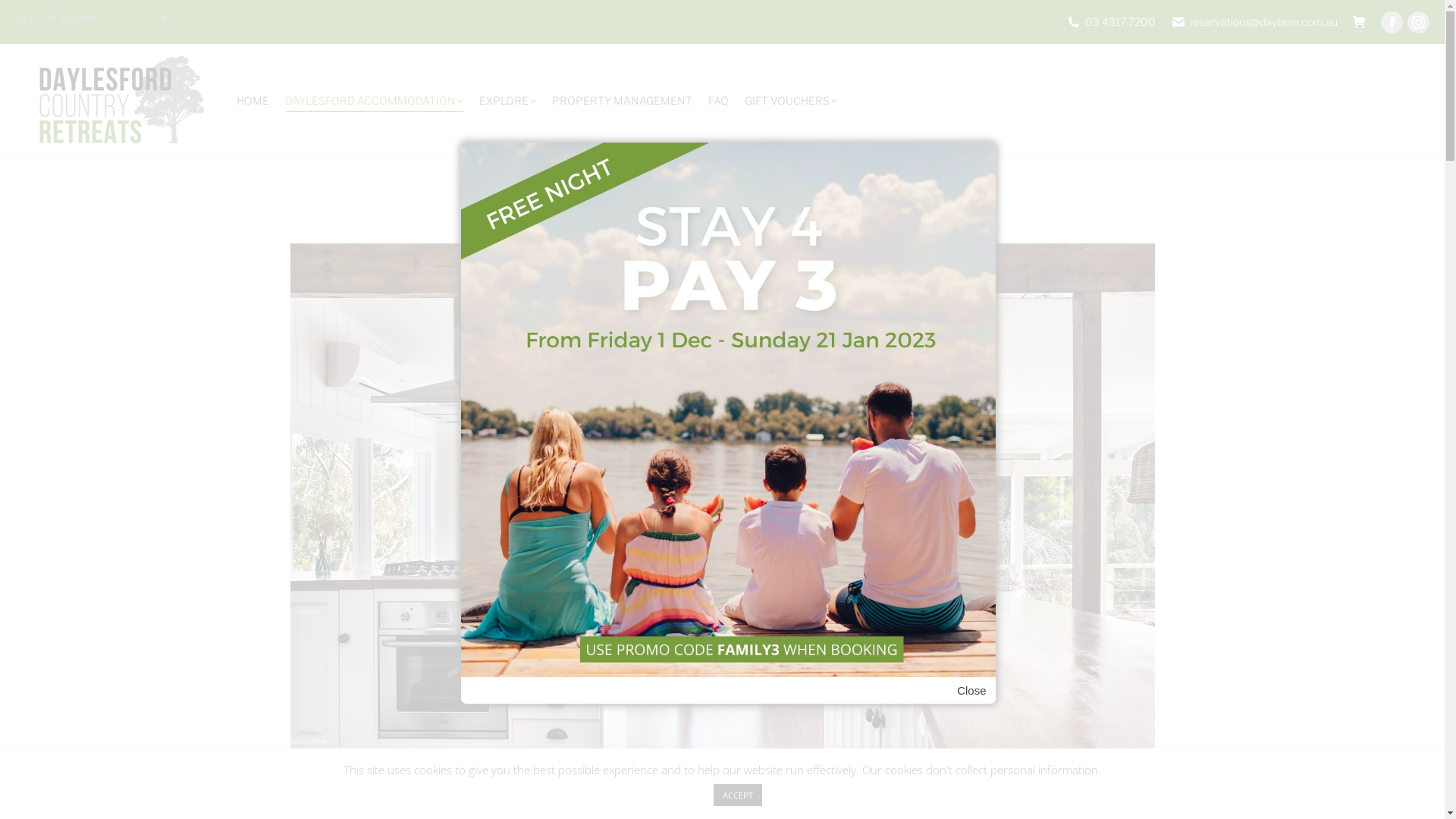 The width and height of the screenshot is (1456, 819). Describe the element at coordinates (1392, 21) in the screenshot. I see `'Facebook page opens in new window'` at that location.